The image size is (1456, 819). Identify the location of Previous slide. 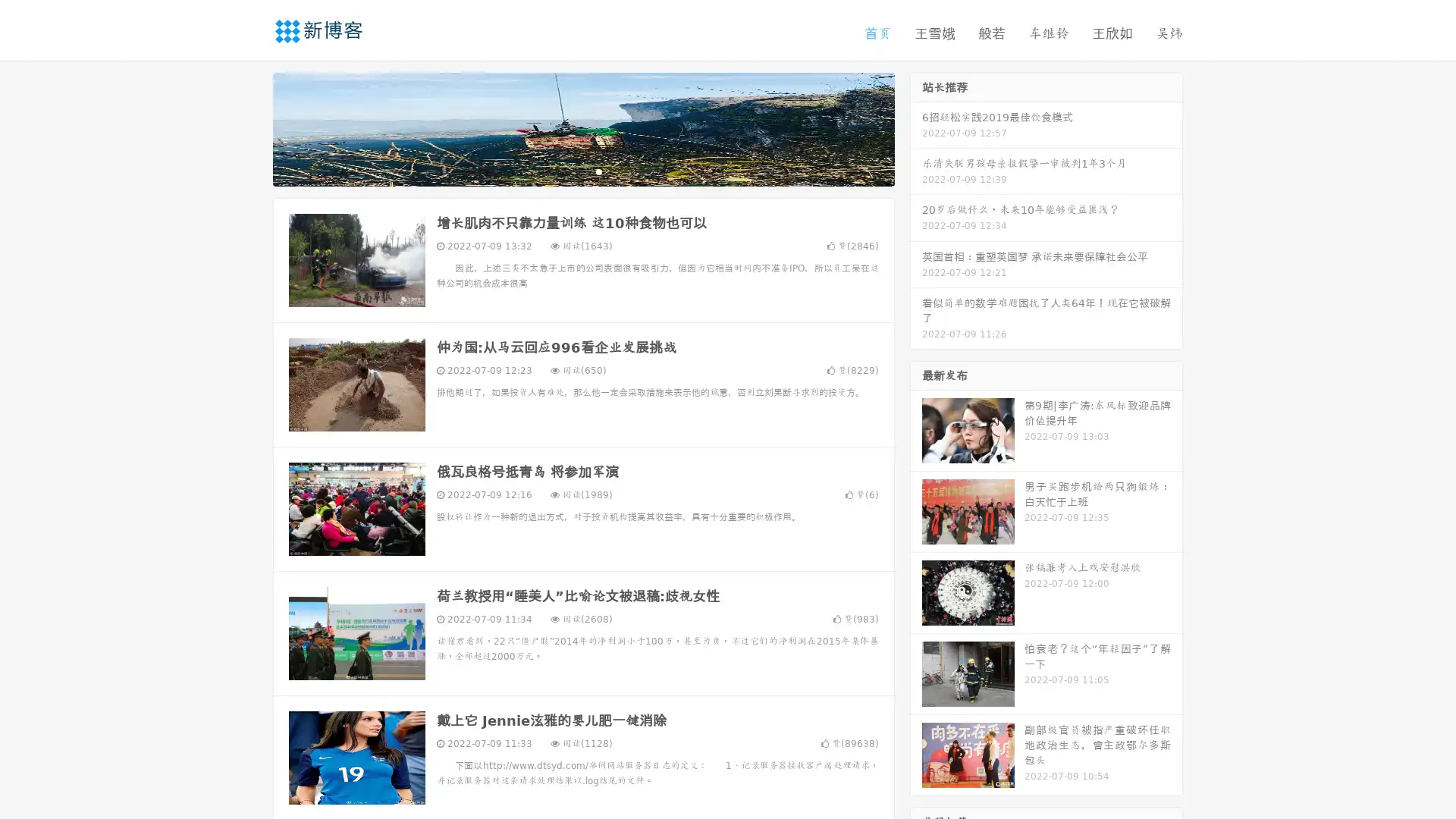
(250, 127).